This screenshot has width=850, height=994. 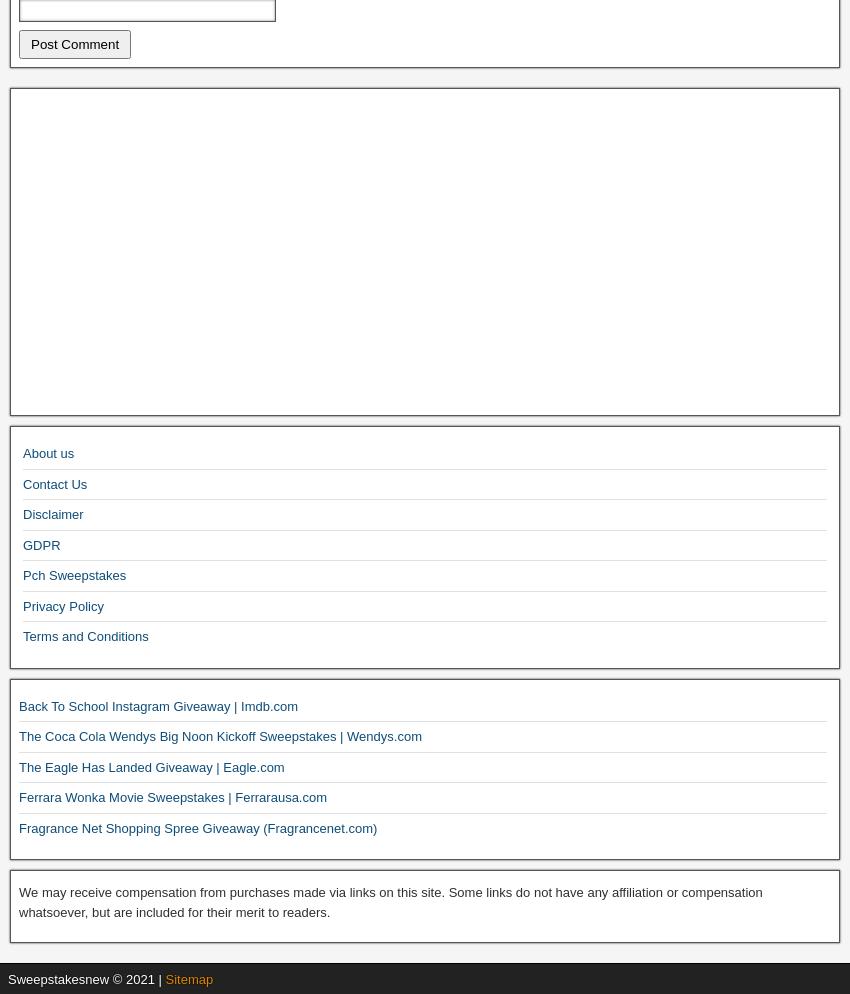 I want to click on 'Ferrara Wonka Movie Sweepstakes | Ferrarausa.com', so click(x=18, y=797).